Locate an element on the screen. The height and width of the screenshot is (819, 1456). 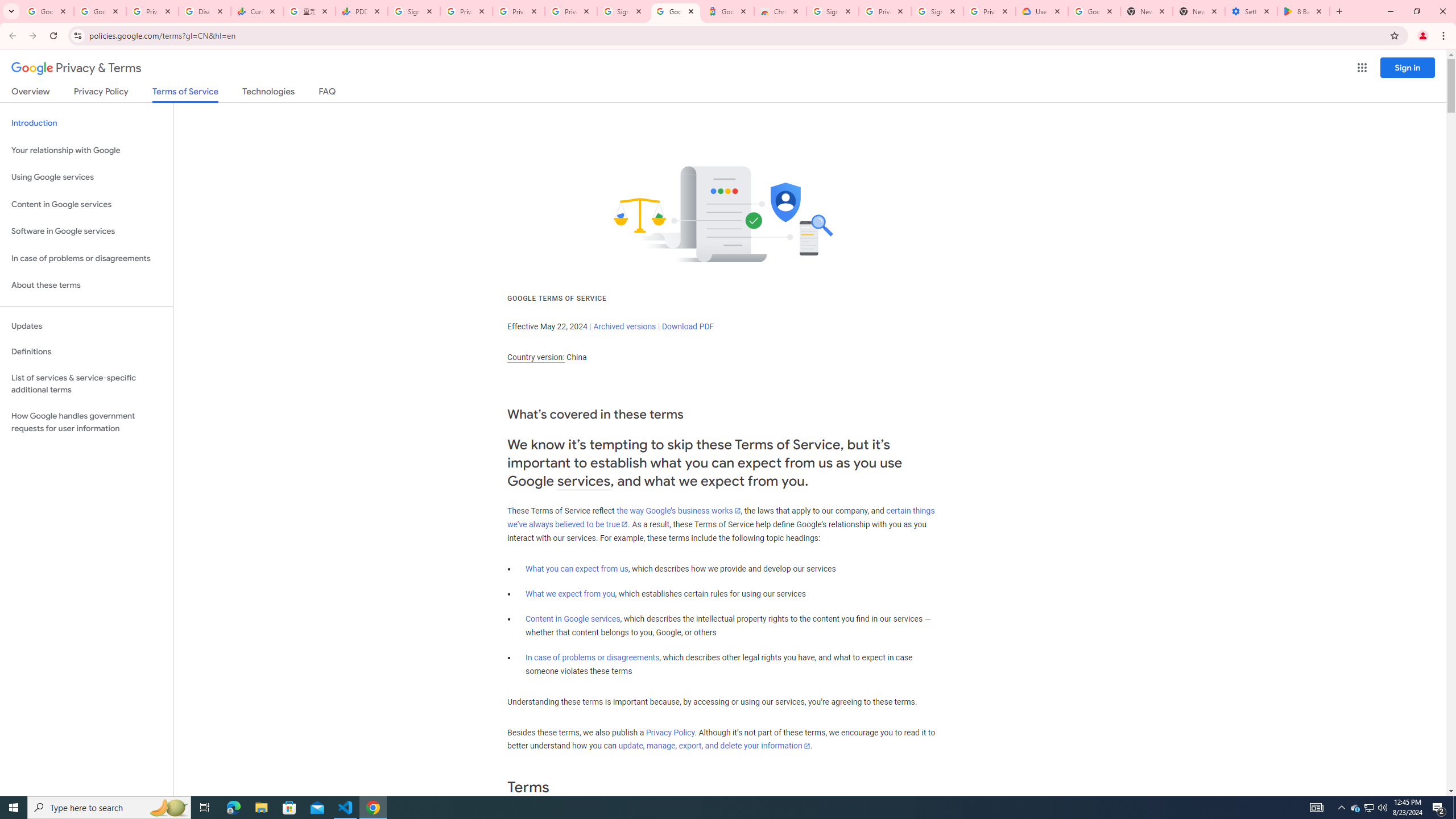
'How Google handles government requests for user information' is located at coordinates (86, 422).